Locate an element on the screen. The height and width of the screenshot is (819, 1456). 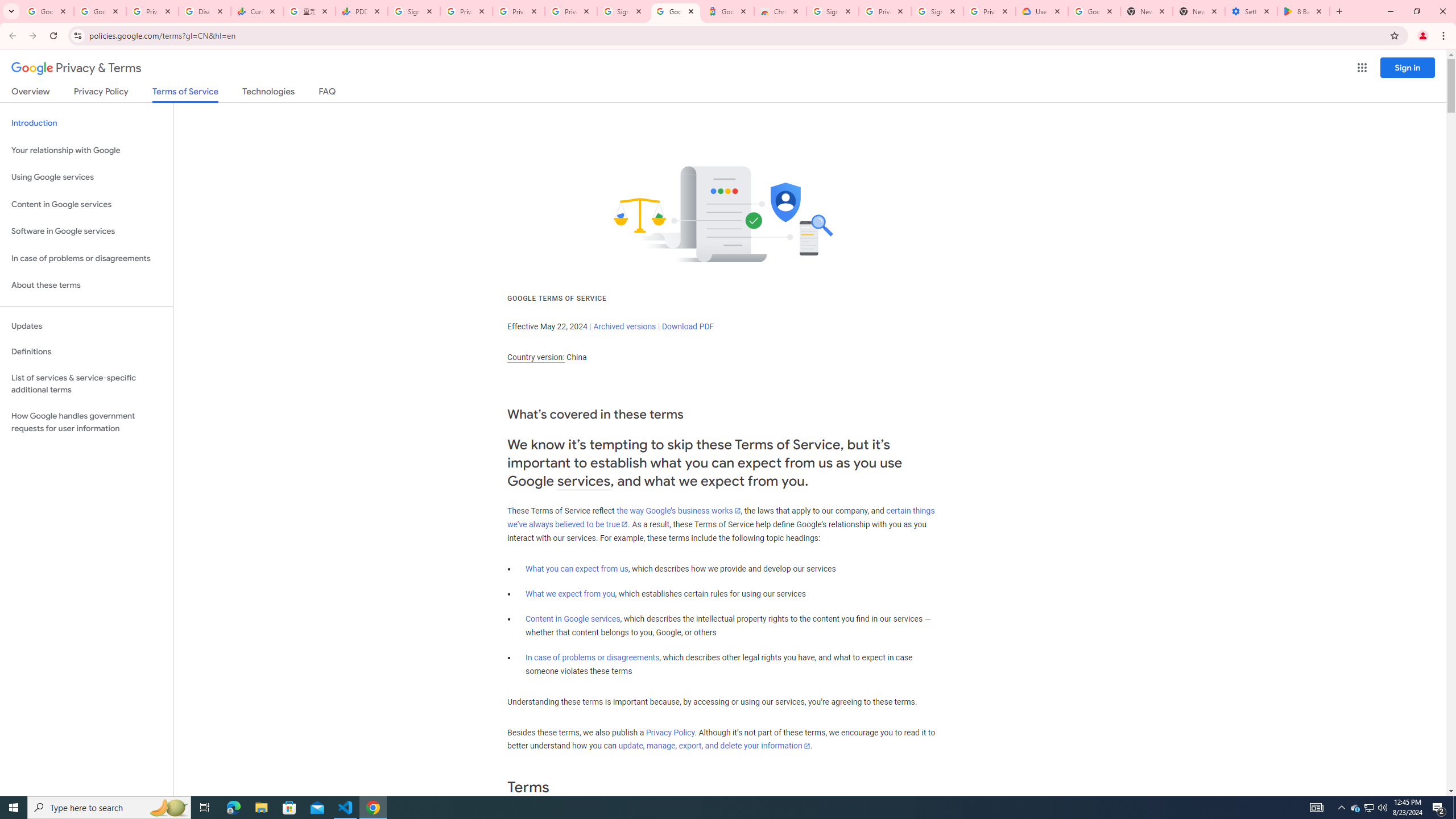
'How Google handles government requests for user information' is located at coordinates (86, 422).